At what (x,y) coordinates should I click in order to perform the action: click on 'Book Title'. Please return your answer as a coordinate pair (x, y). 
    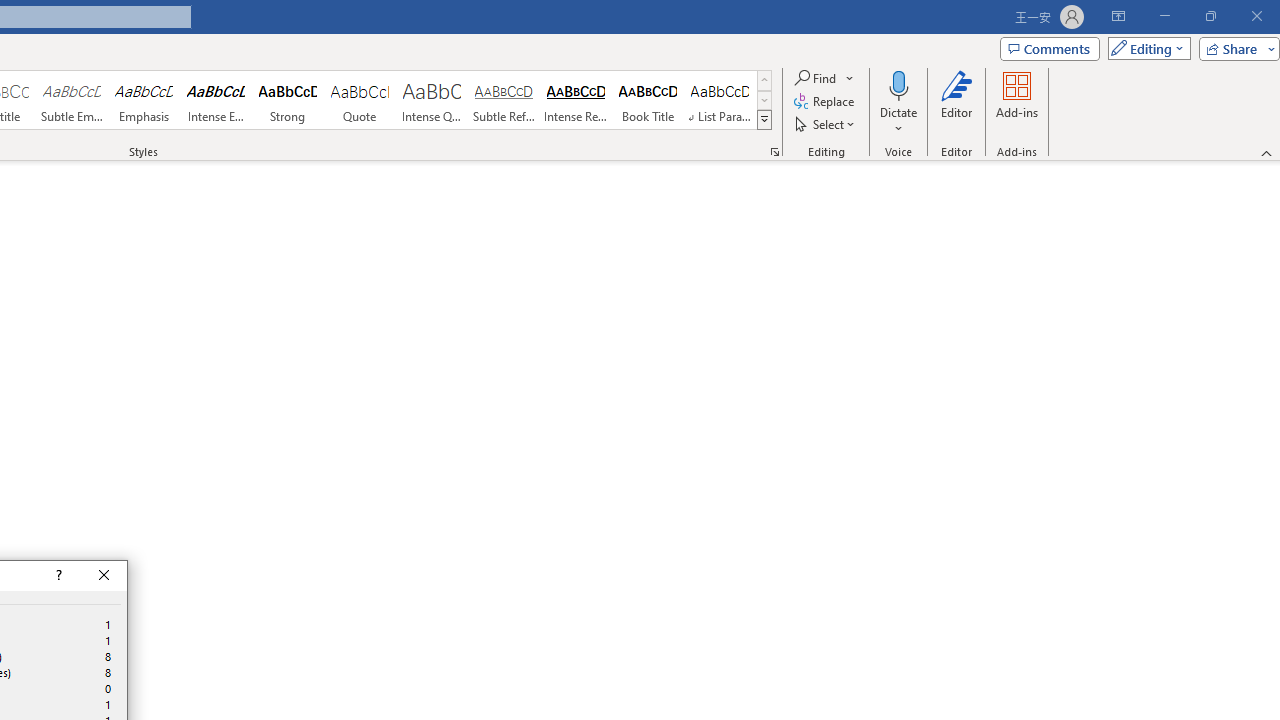
    Looking at the image, I should click on (647, 100).